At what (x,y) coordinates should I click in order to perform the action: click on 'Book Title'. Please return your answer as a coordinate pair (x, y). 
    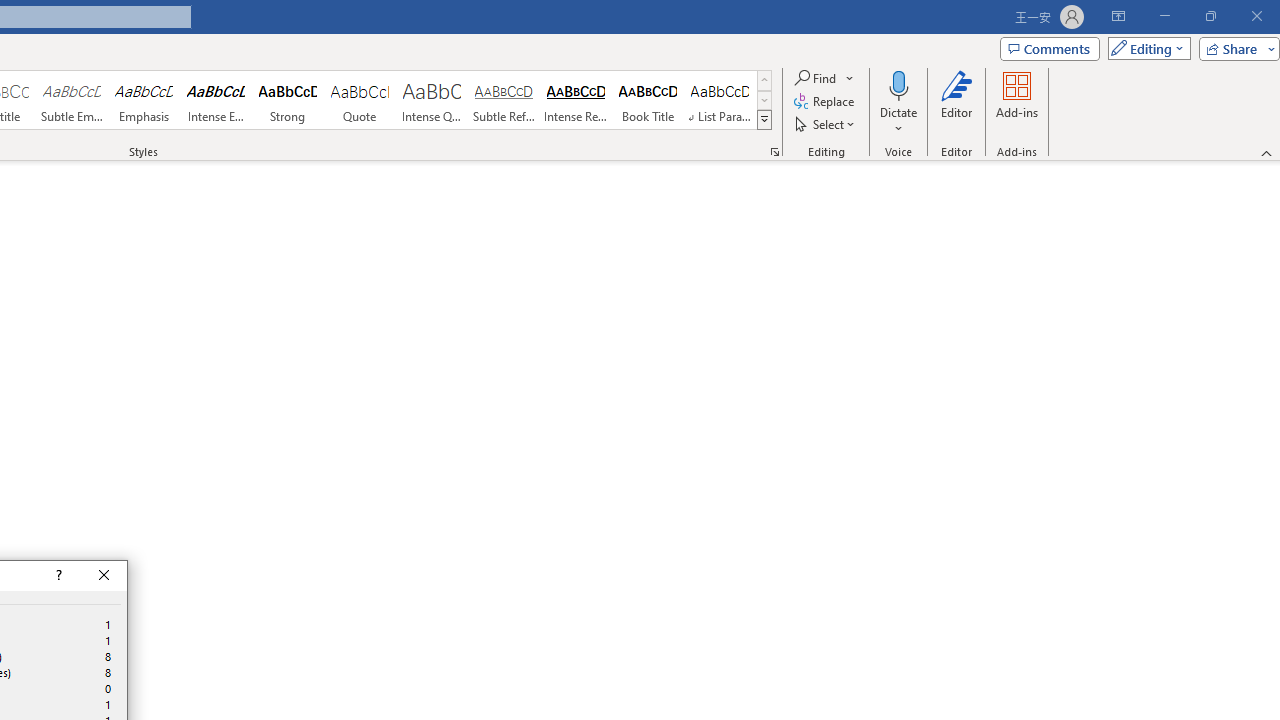
    Looking at the image, I should click on (647, 100).